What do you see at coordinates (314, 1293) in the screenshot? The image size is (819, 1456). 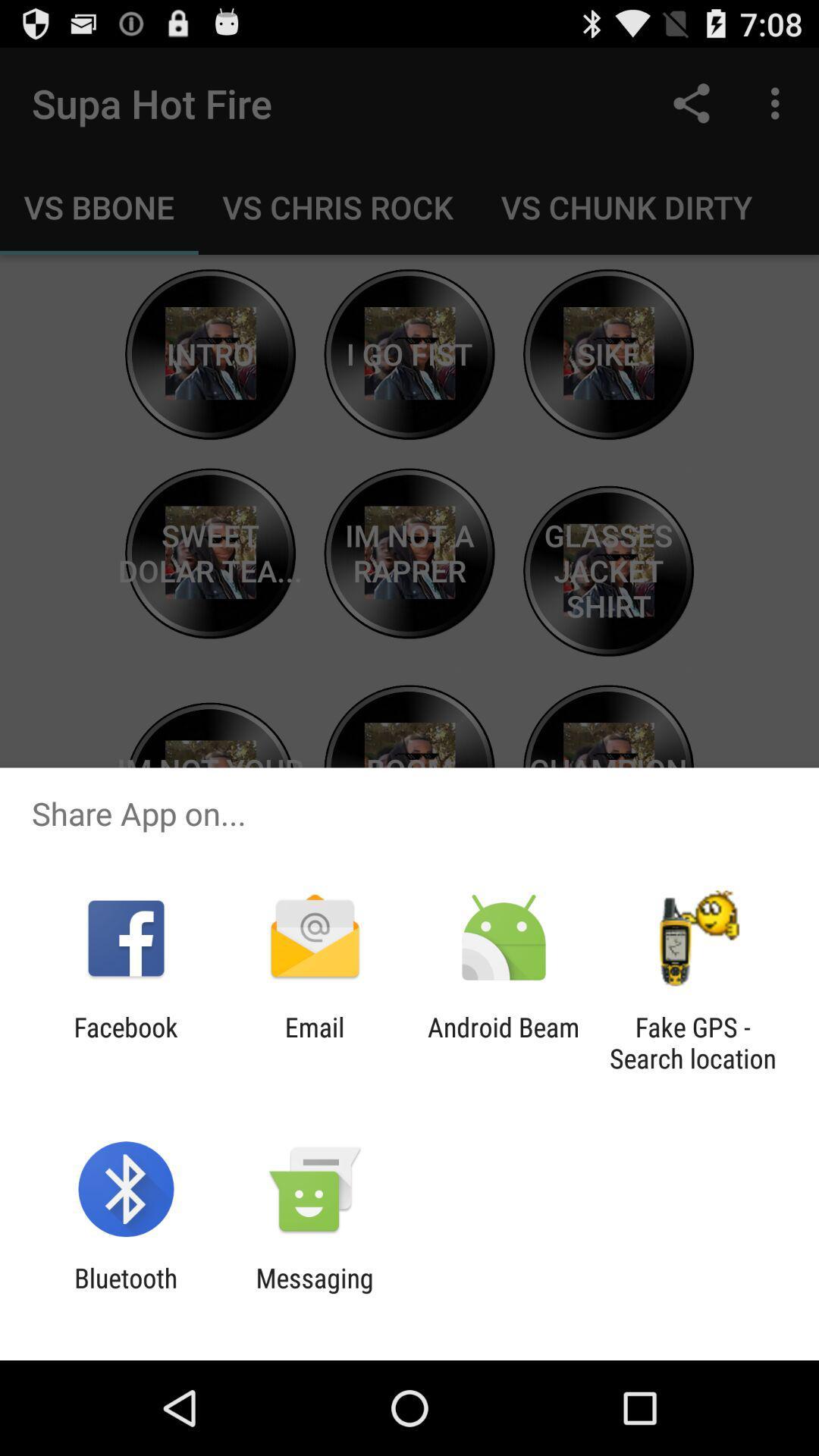 I see `messaging app` at bounding box center [314, 1293].